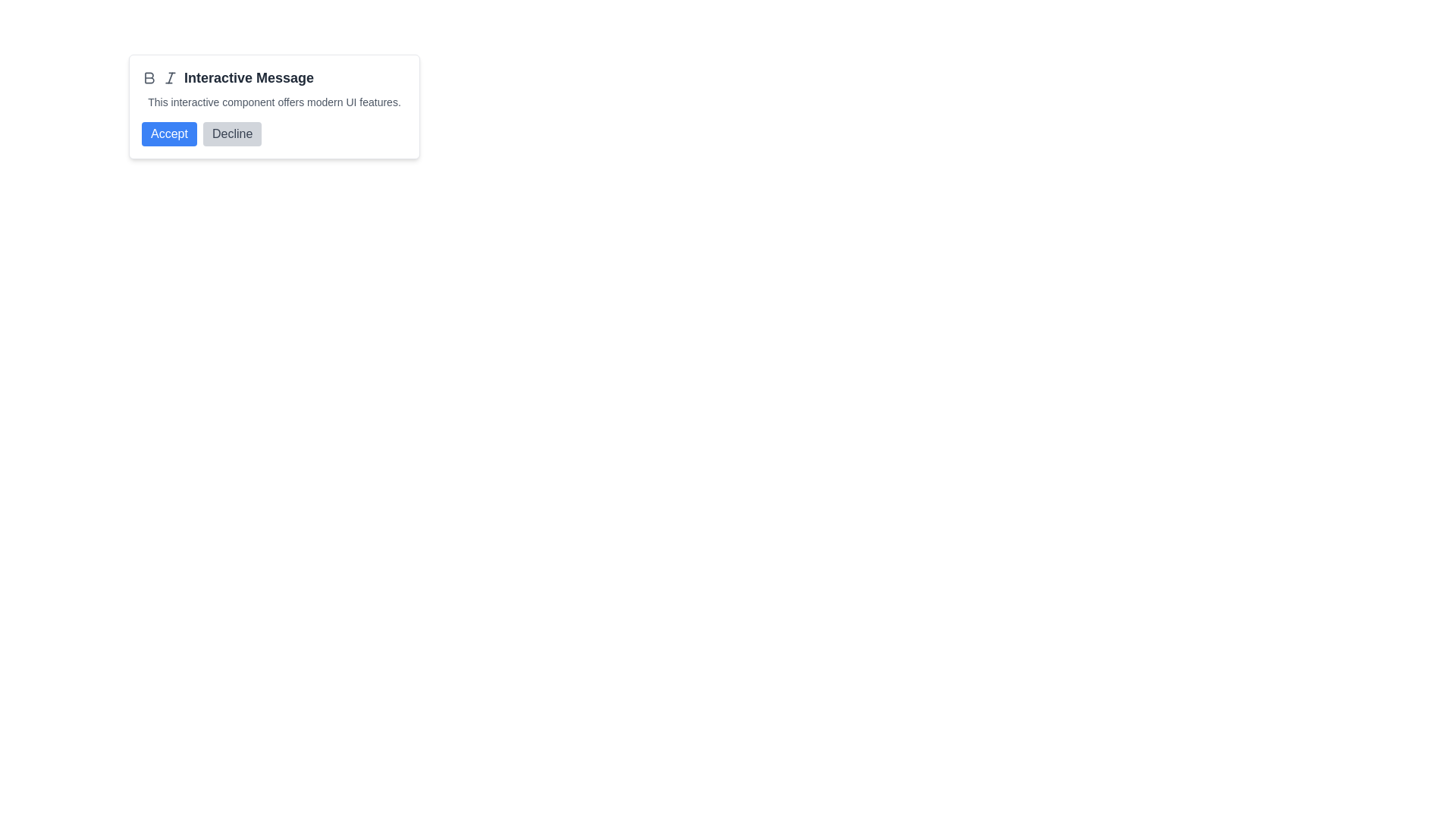  I want to click on the bold styling icon located in the upper-left section of the card, which is the first element to the left of the italic 'I' icon, so click(149, 78).